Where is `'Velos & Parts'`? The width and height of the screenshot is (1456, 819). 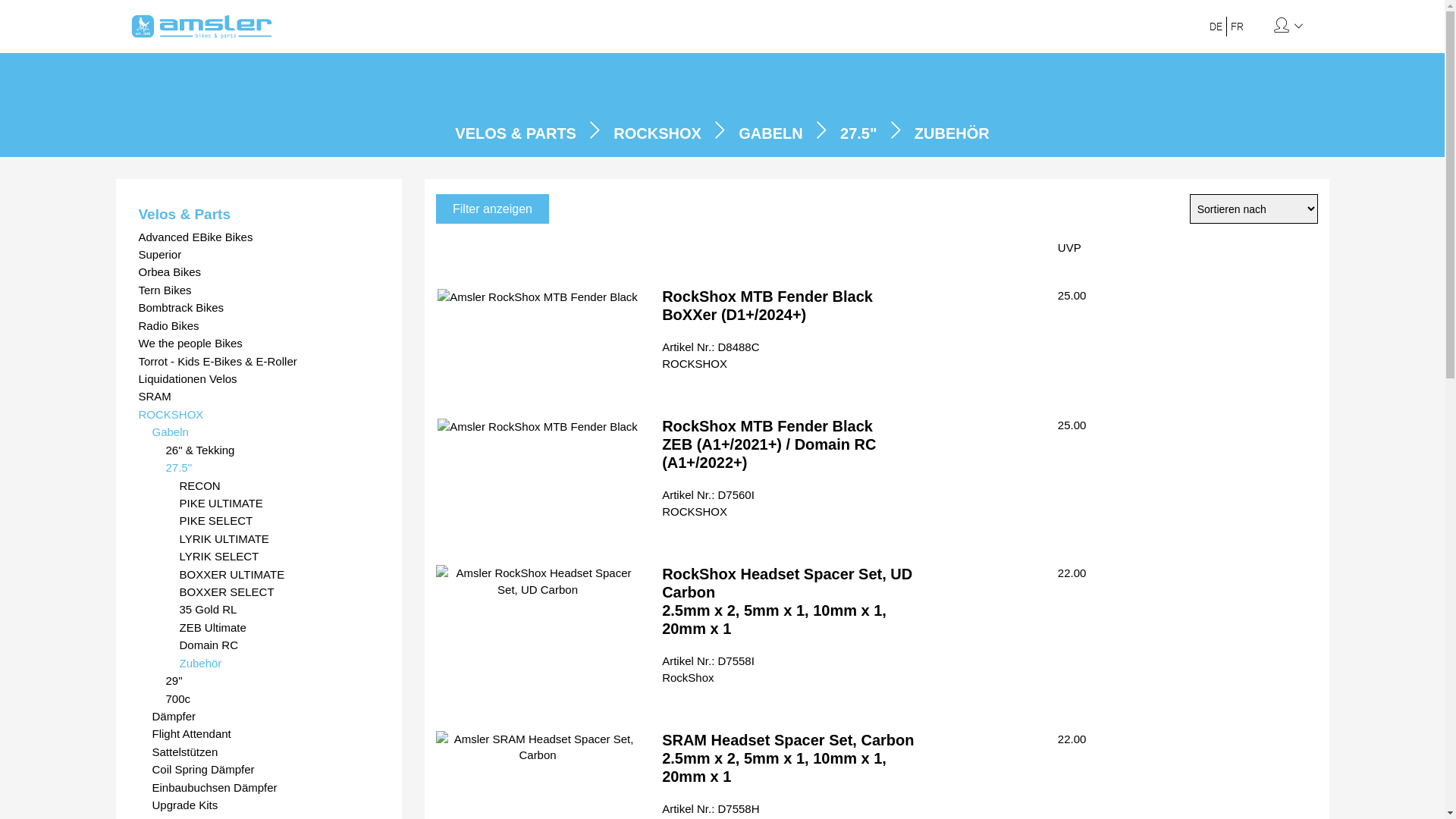 'Velos & Parts' is located at coordinates (258, 214).